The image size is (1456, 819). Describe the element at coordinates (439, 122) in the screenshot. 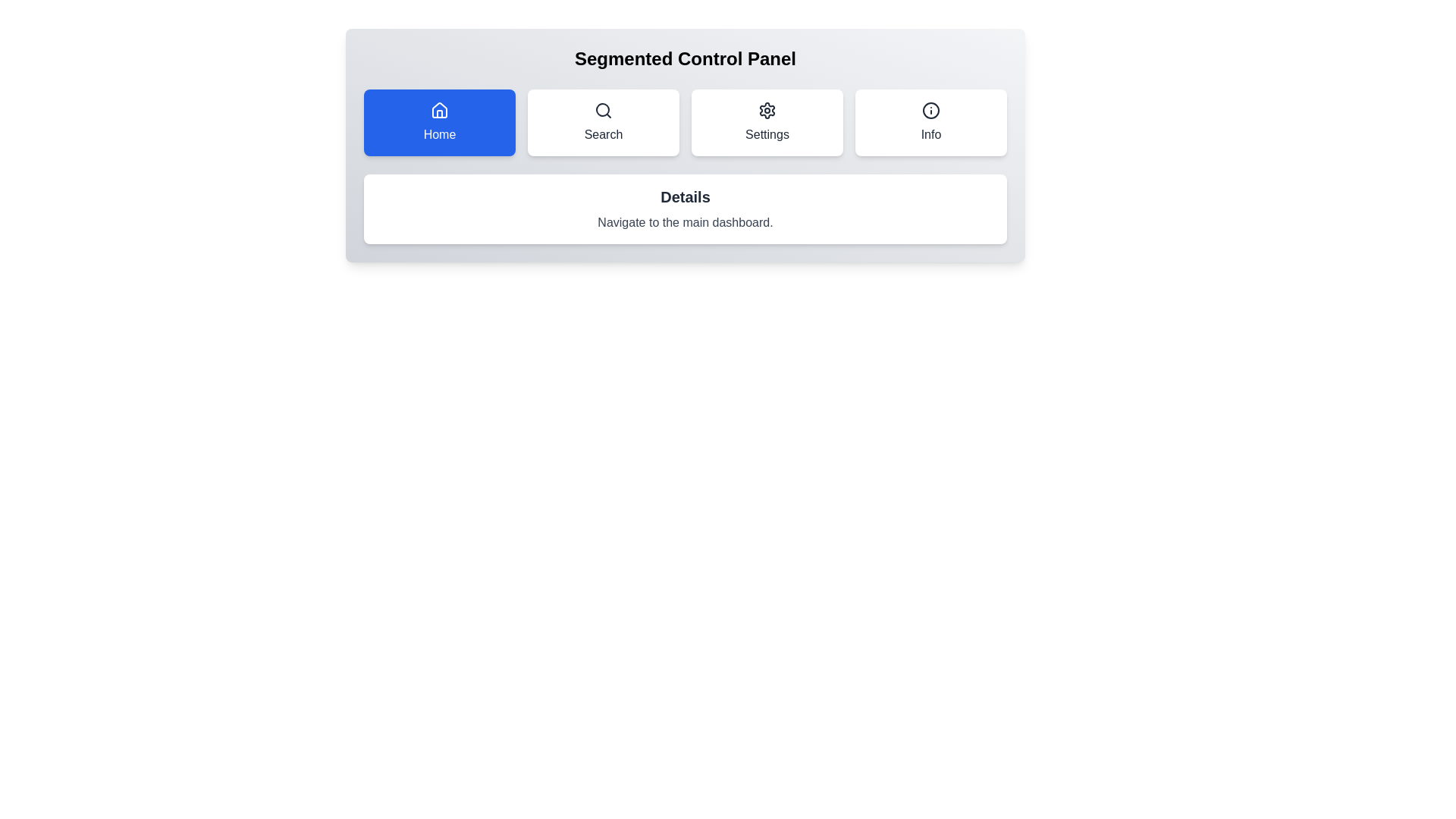

I see `the 'Home' button` at that location.